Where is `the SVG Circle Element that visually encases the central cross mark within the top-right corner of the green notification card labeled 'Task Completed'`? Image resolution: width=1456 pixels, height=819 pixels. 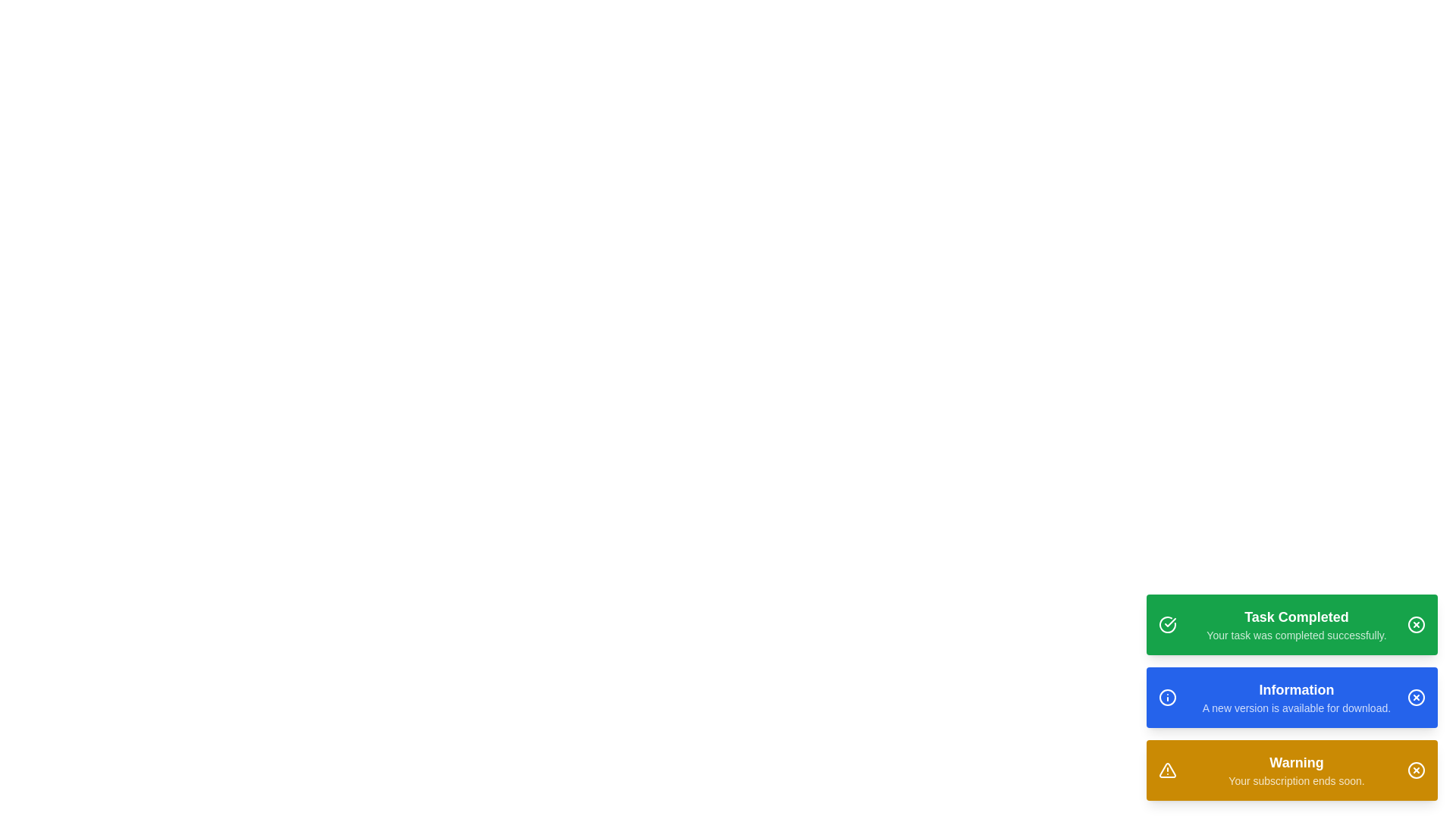
the SVG Circle Element that visually encases the central cross mark within the top-right corner of the green notification card labeled 'Task Completed' is located at coordinates (1415, 625).